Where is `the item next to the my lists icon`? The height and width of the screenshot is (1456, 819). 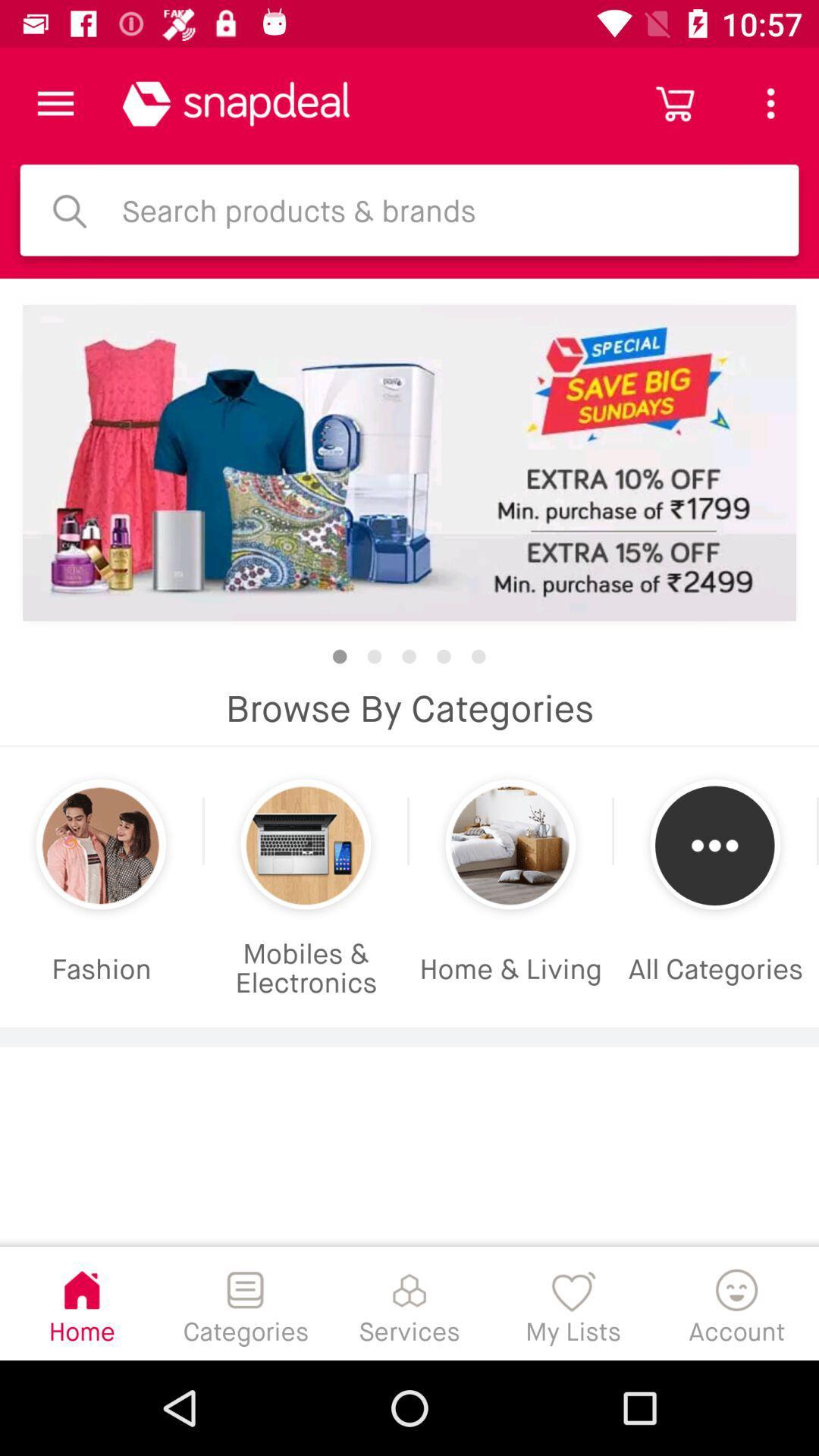
the item next to the my lists icon is located at coordinates (736, 1302).